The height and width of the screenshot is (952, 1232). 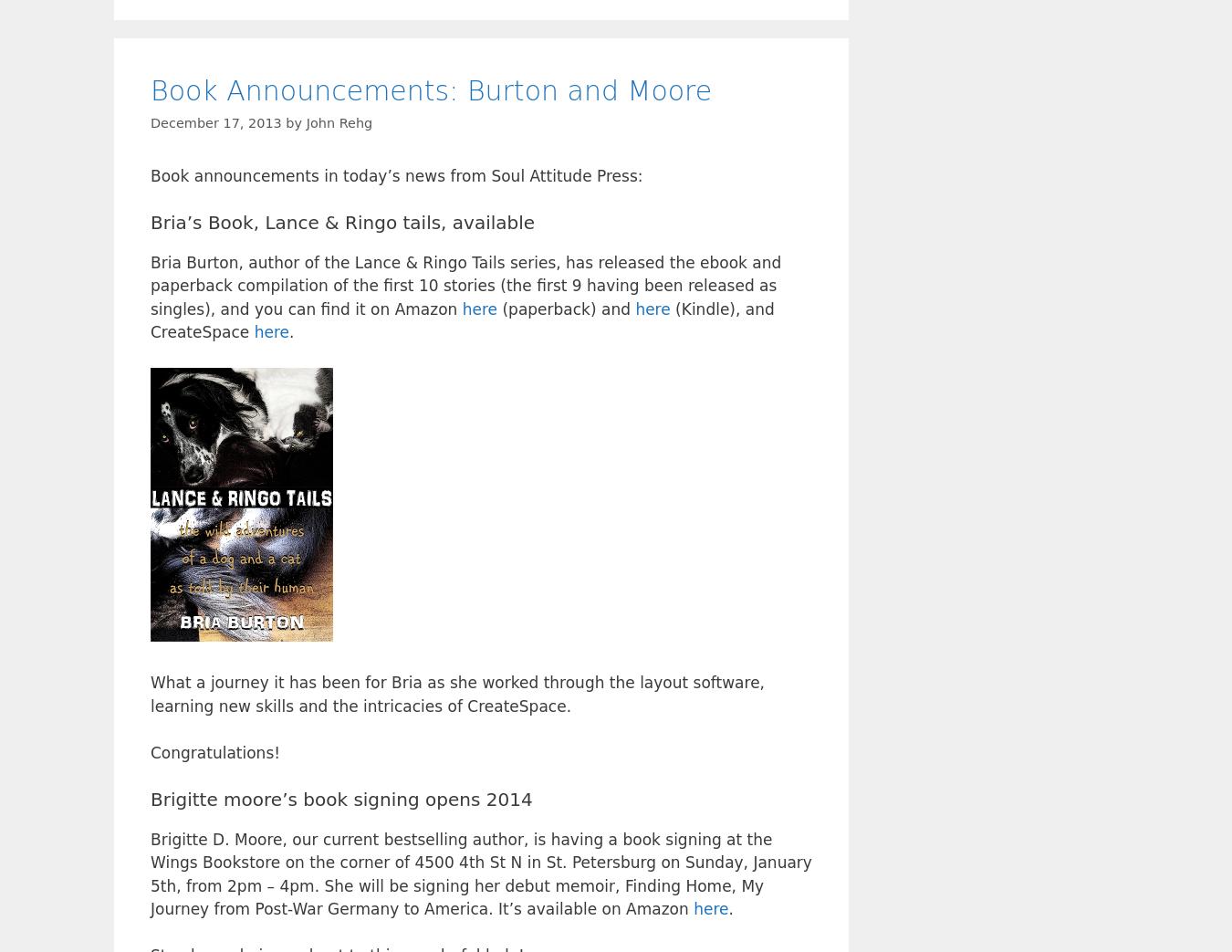 What do you see at coordinates (214, 751) in the screenshot?
I see `'Congratulations!'` at bounding box center [214, 751].